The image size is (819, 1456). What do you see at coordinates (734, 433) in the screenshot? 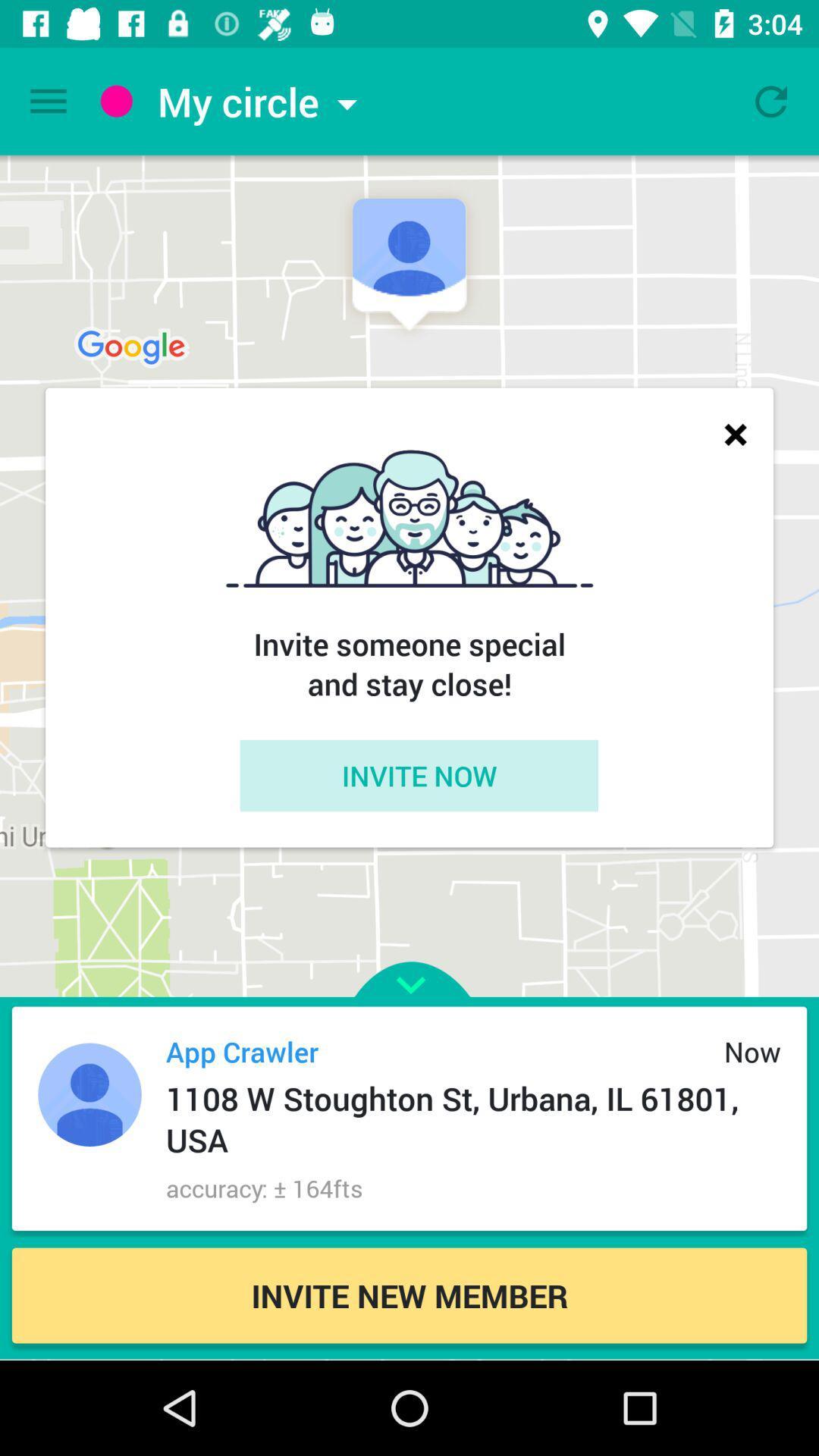
I see `hit x to close` at bounding box center [734, 433].